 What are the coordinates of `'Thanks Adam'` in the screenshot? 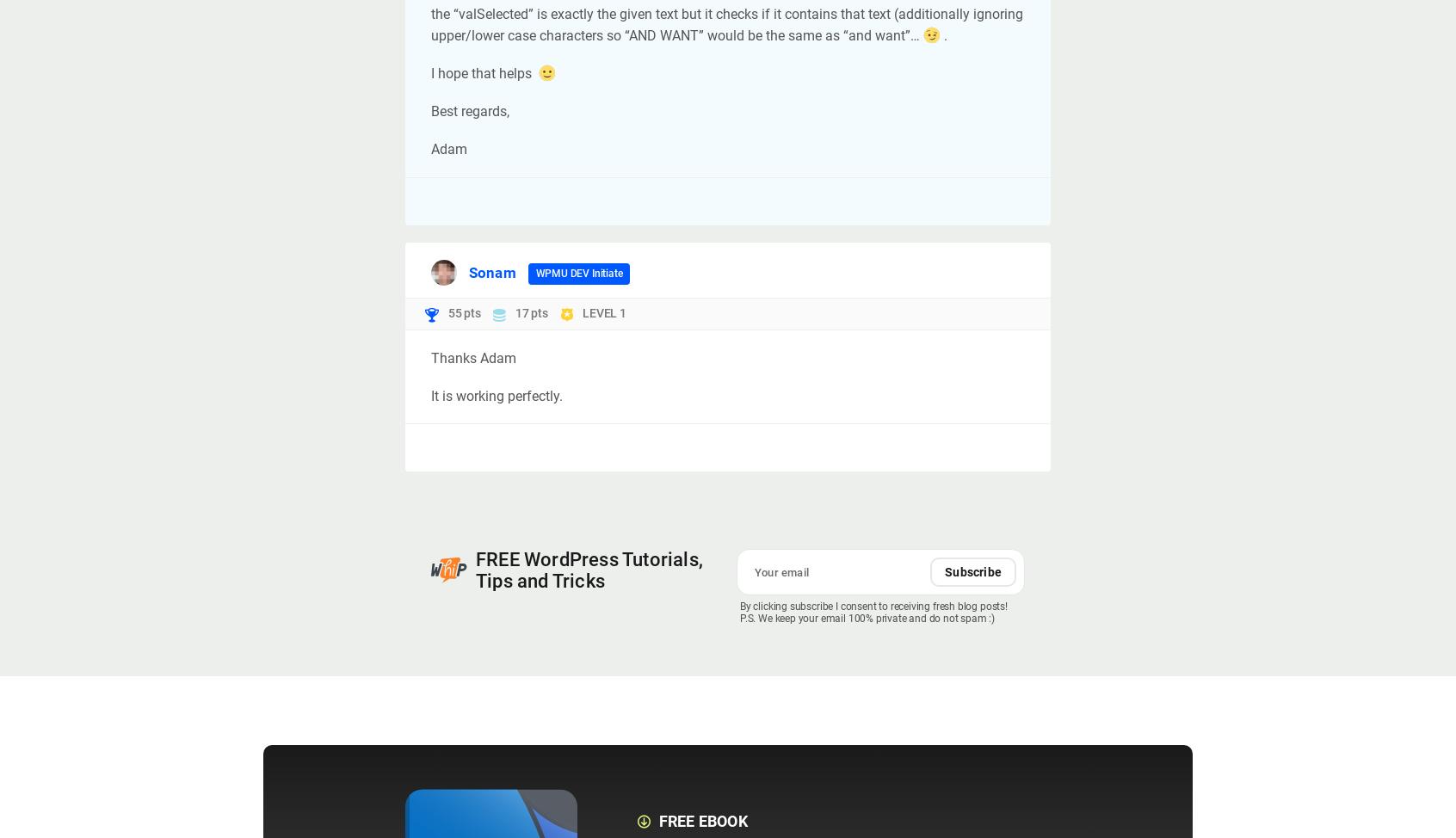 It's located at (431, 356).